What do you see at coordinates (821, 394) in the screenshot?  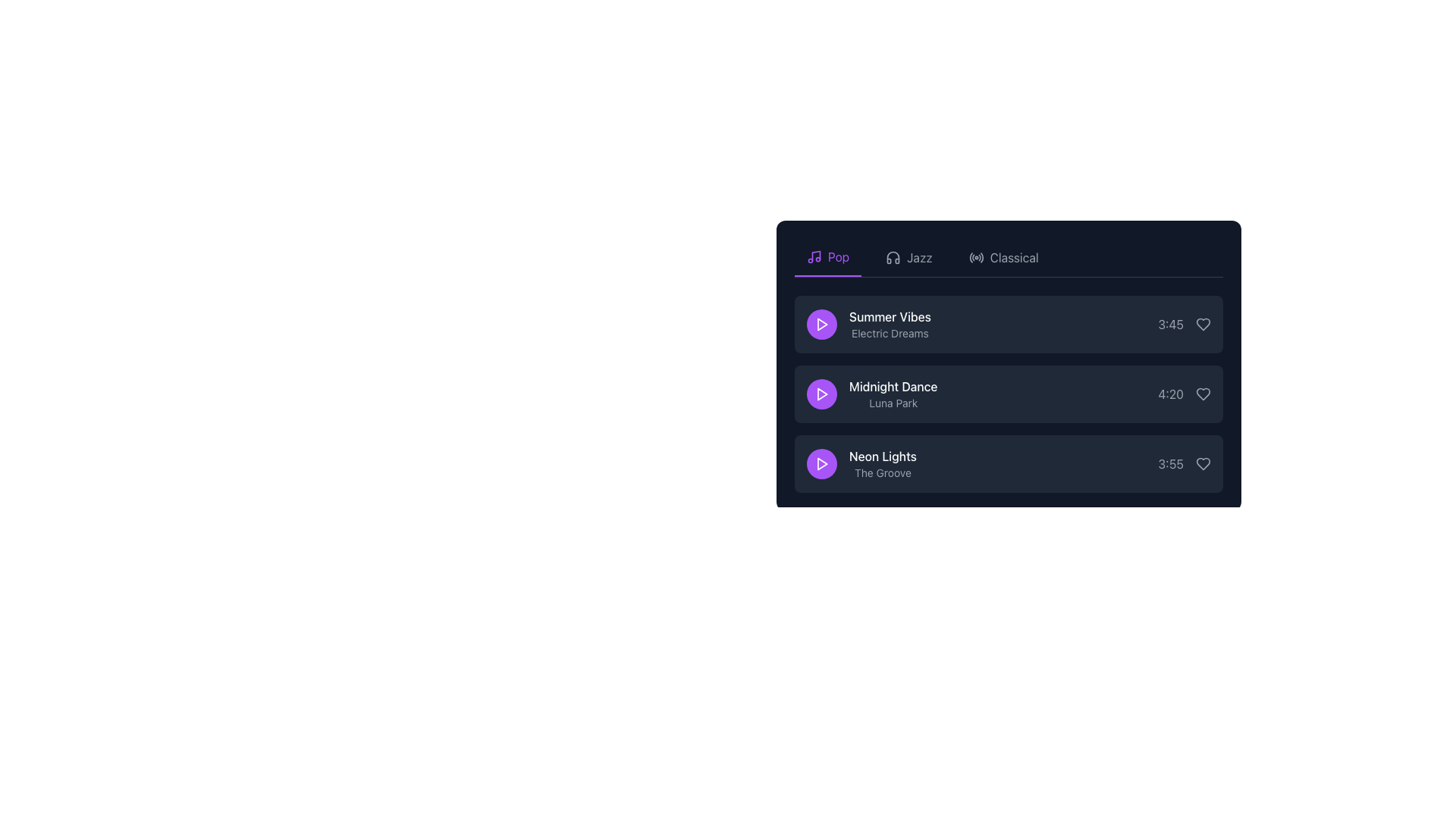 I see `the play button for 'Midnight Dance' by 'Luna Park' to trigger hover effects` at bounding box center [821, 394].